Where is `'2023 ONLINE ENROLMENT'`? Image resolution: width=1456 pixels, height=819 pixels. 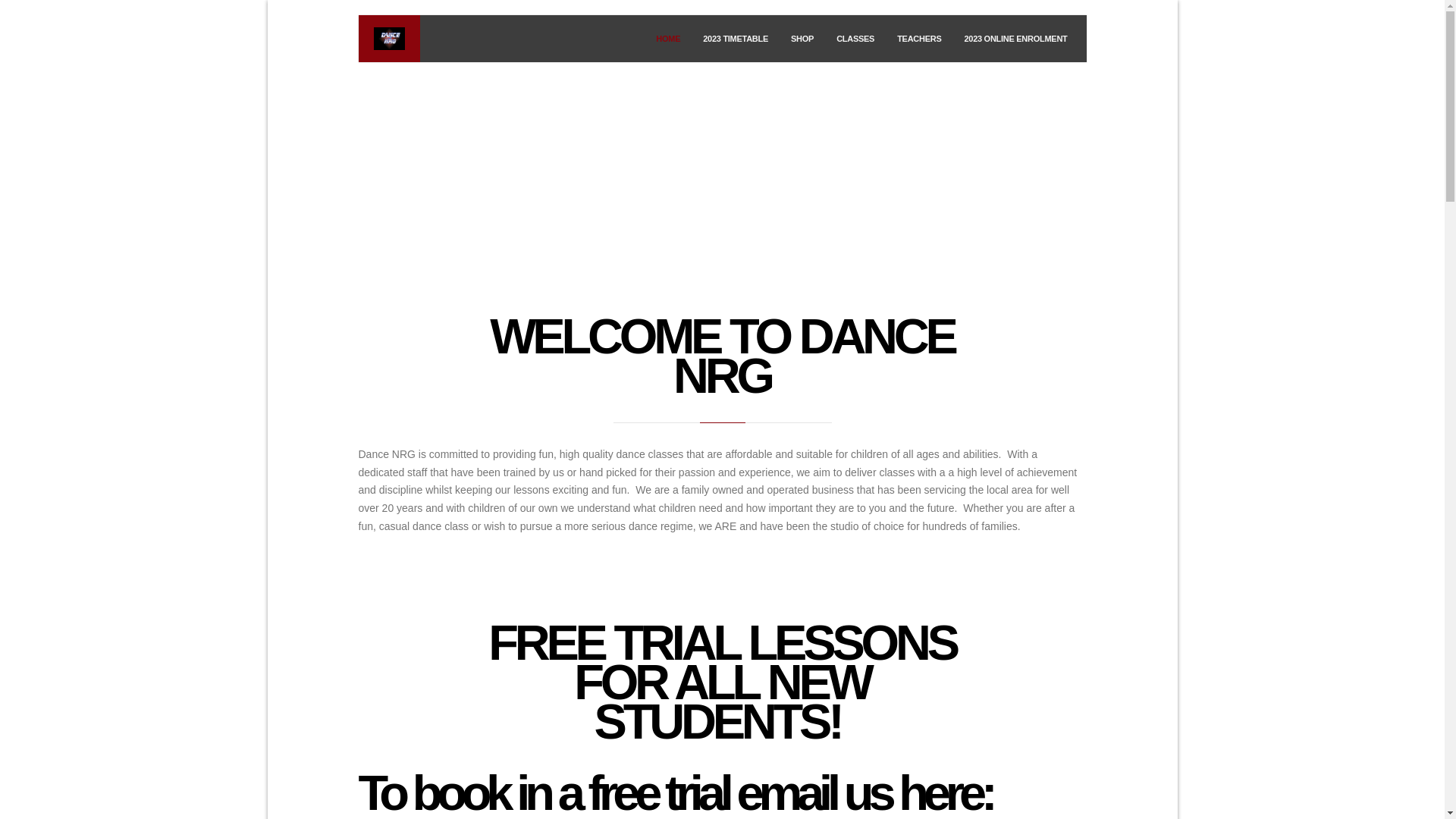 '2023 ONLINE ENROLMENT' is located at coordinates (1015, 38).